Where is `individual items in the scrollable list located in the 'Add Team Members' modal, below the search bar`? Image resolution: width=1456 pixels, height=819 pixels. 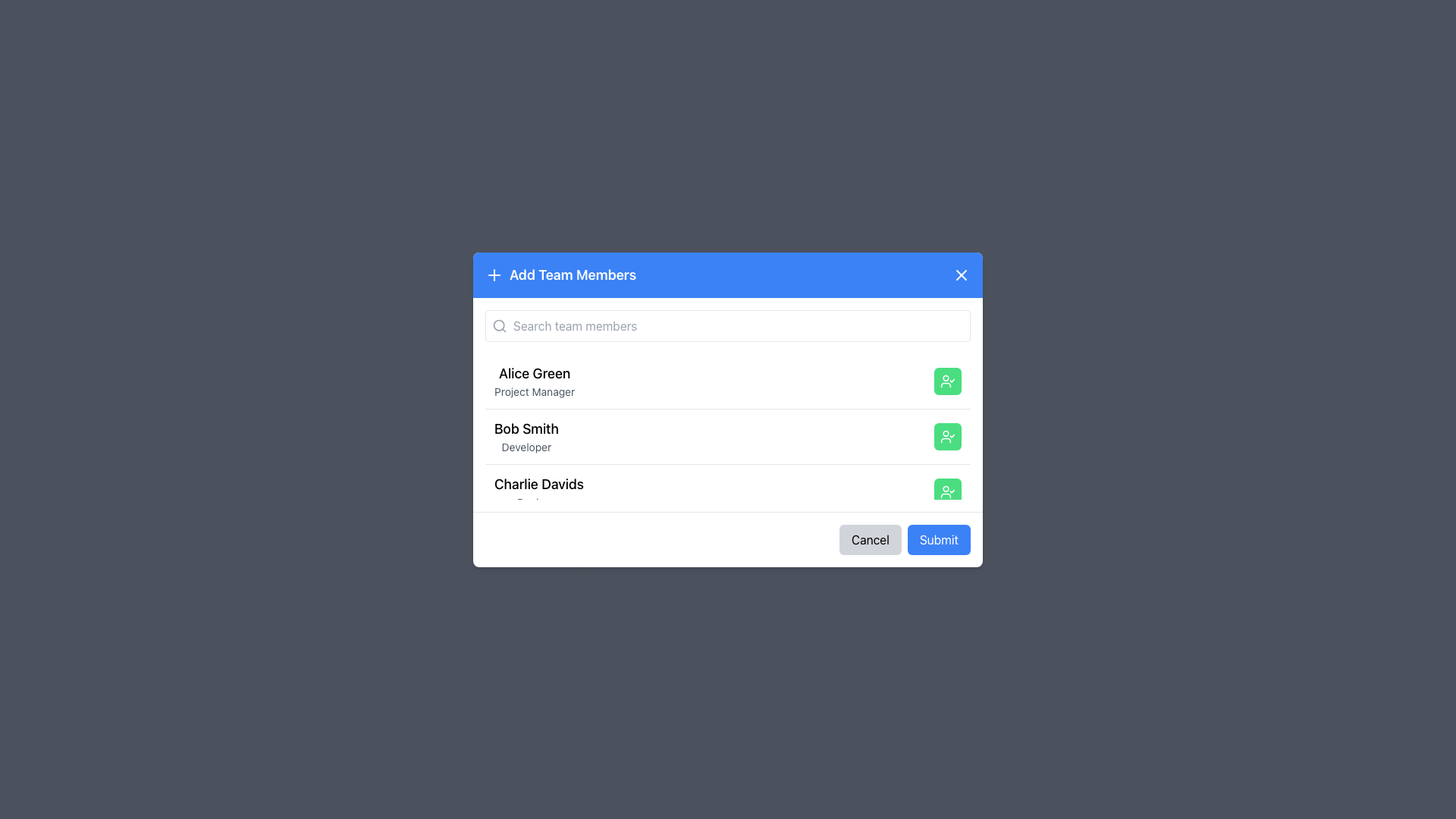
individual items in the scrollable list located in the 'Add Team Members' modal, below the search bar is located at coordinates (728, 426).